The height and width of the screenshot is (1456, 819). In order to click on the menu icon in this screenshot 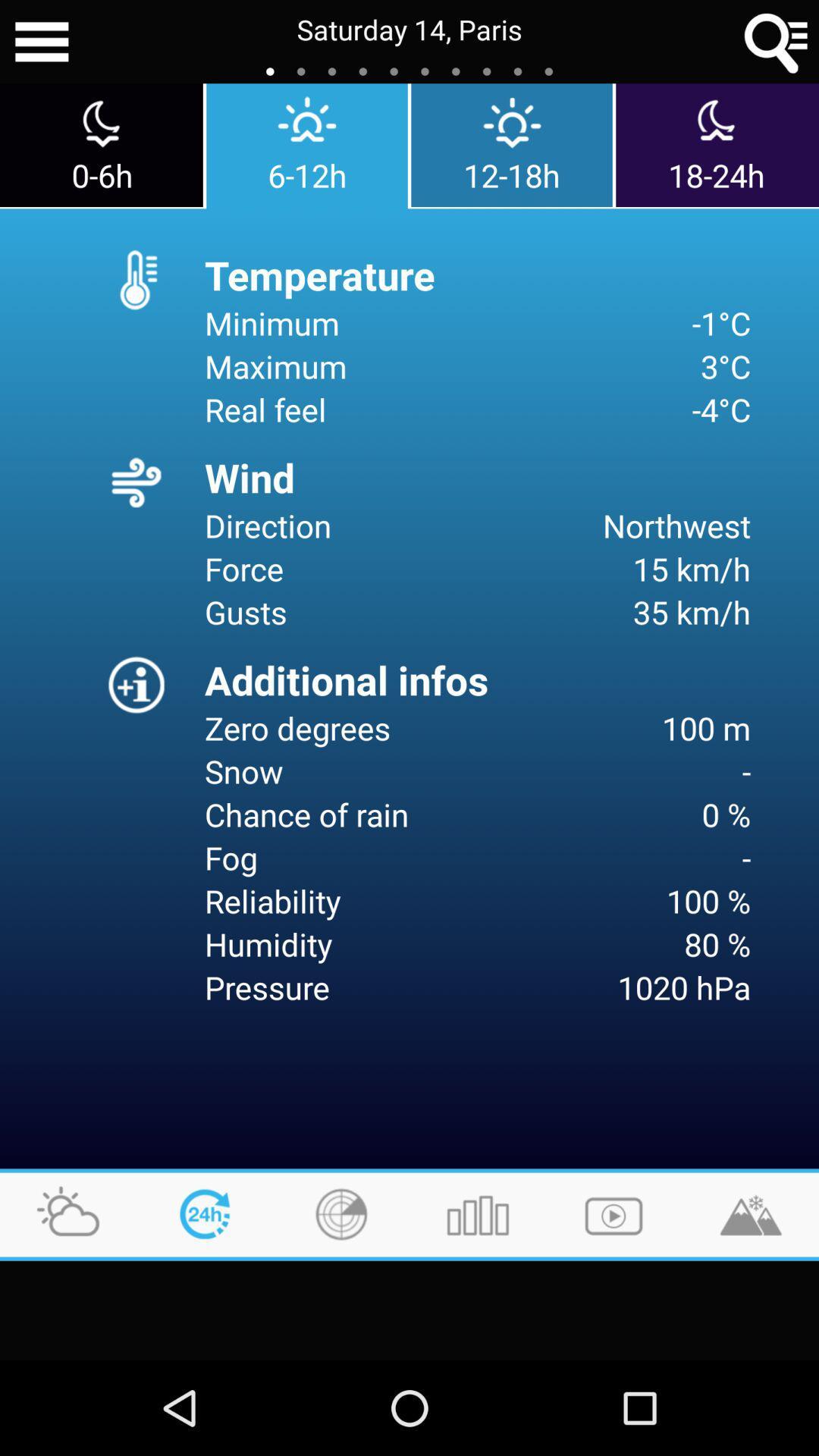, I will do `click(41, 44)`.